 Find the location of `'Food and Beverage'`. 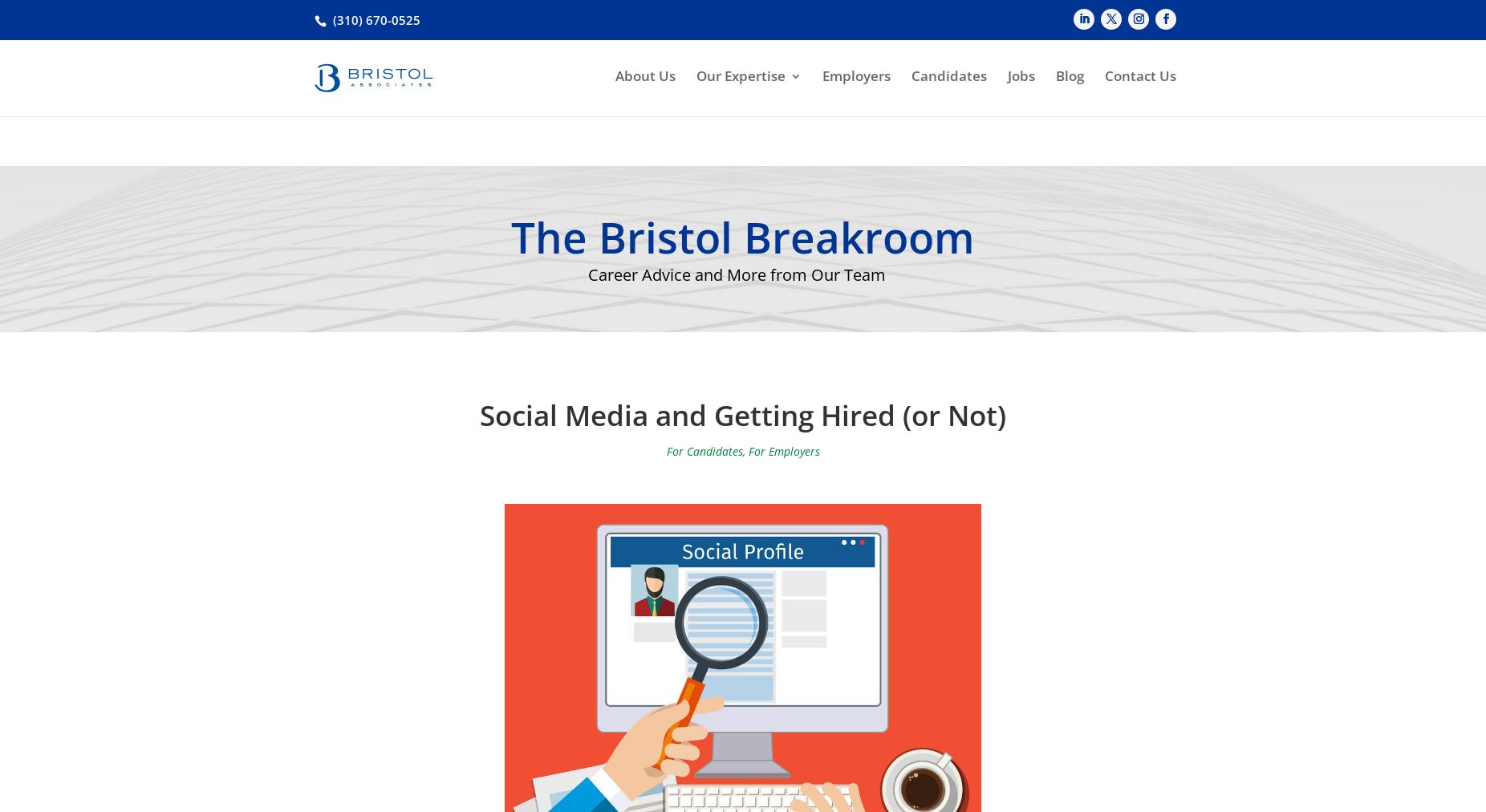

'Food and Beverage' is located at coordinates (764, 209).